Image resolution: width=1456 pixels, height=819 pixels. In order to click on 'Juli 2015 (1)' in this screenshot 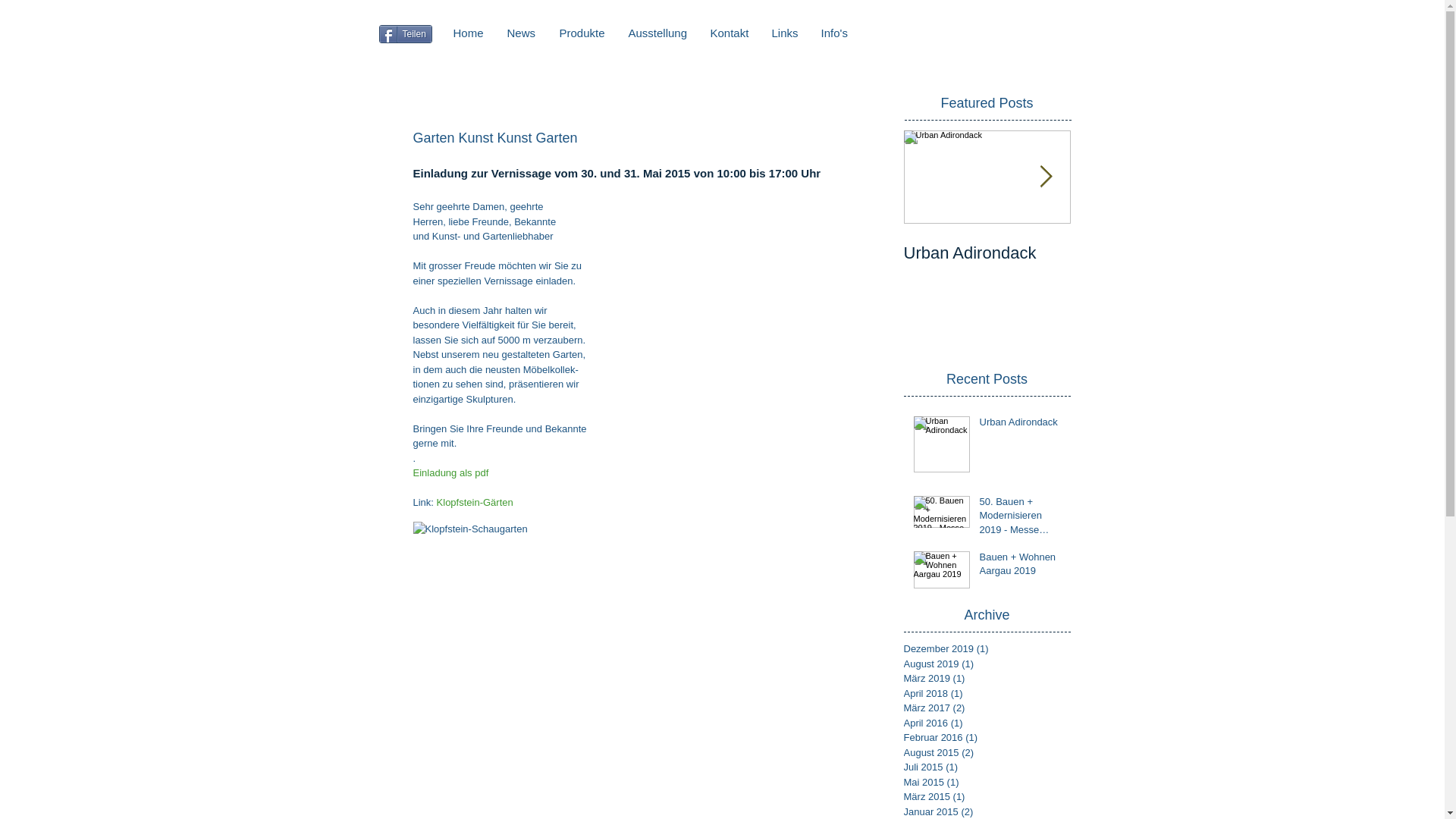, I will do `click(983, 767)`.